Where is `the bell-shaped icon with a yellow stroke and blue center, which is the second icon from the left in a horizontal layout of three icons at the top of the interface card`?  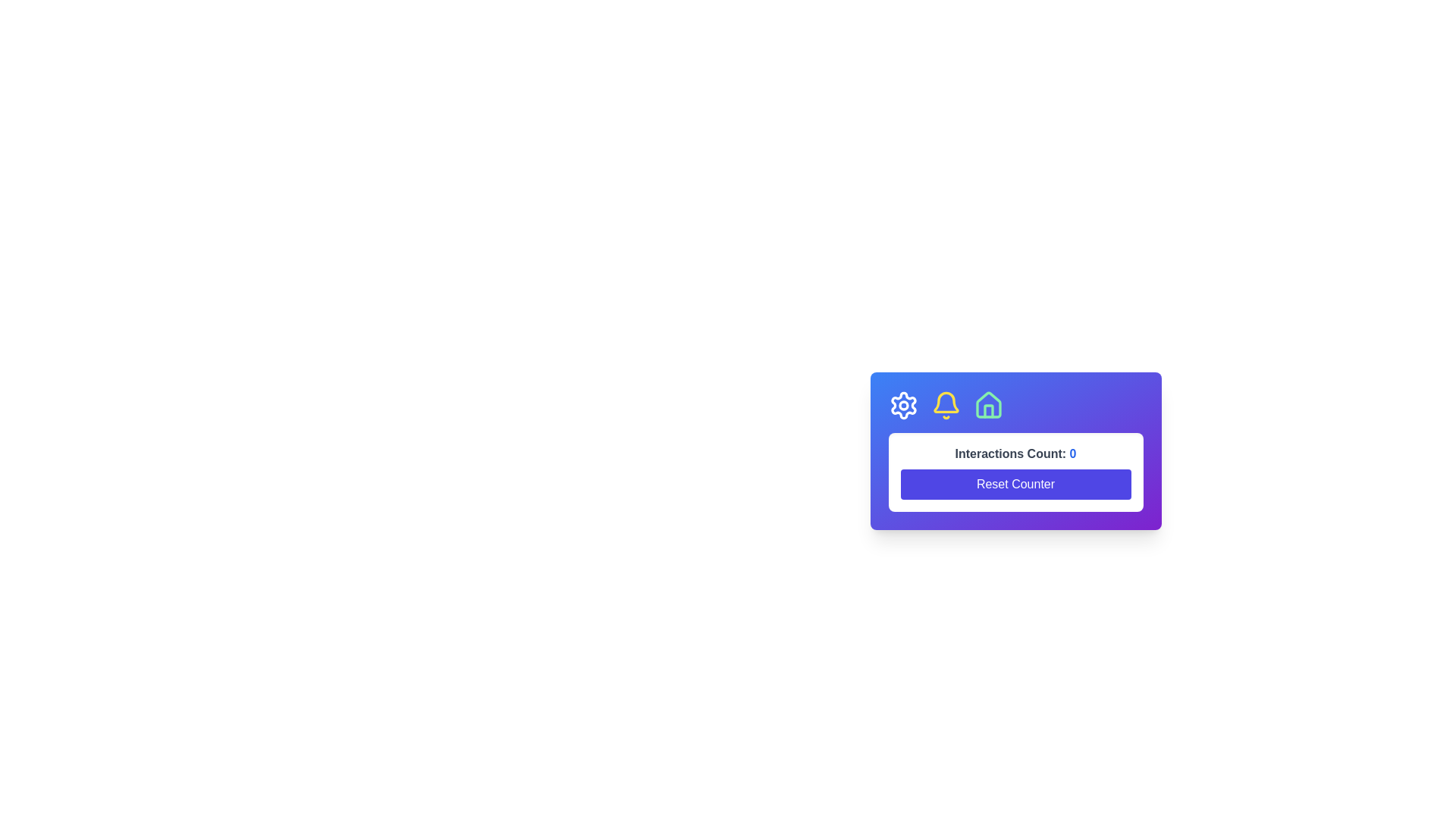
the bell-shaped icon with a yellow stroke and blue center, which is the second icon from the left in a horizontal layout of three icons at the top of the interface card is located at coordinates (945, 401).